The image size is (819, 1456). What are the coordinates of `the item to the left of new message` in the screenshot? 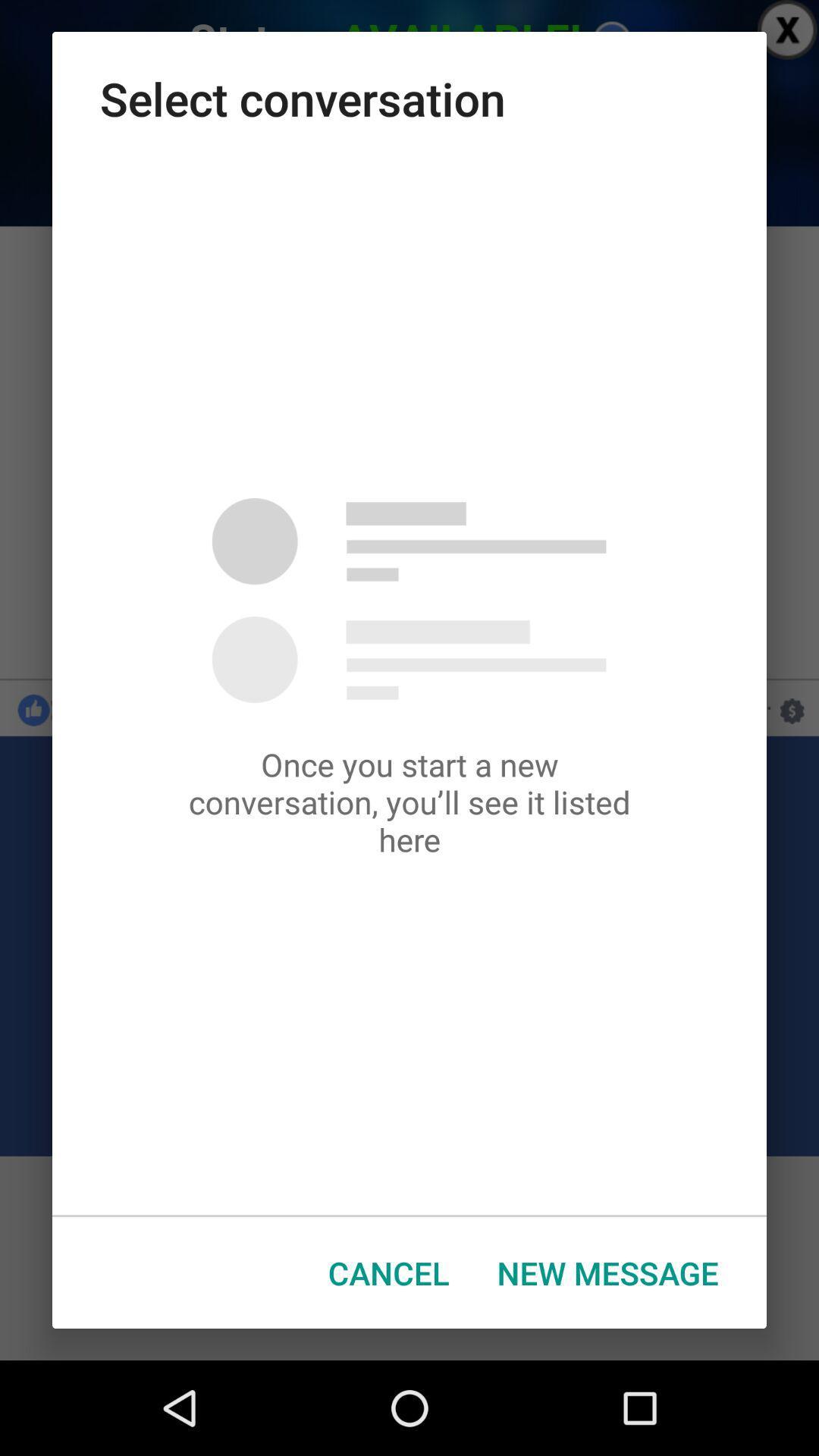 It's located at (388, 1272).